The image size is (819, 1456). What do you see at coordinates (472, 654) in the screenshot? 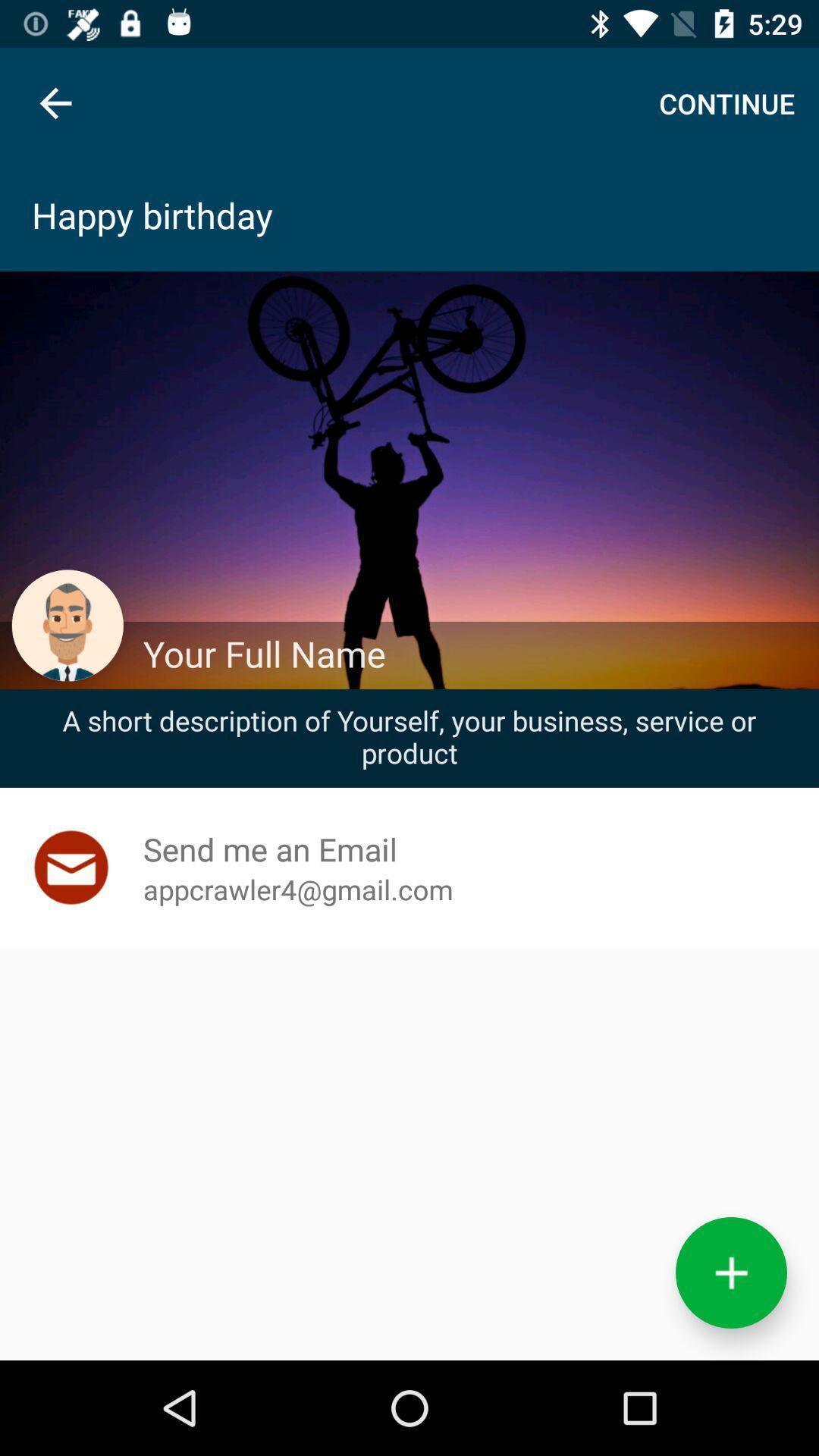
I see `your full name icon` at bounding box center [472, 654].